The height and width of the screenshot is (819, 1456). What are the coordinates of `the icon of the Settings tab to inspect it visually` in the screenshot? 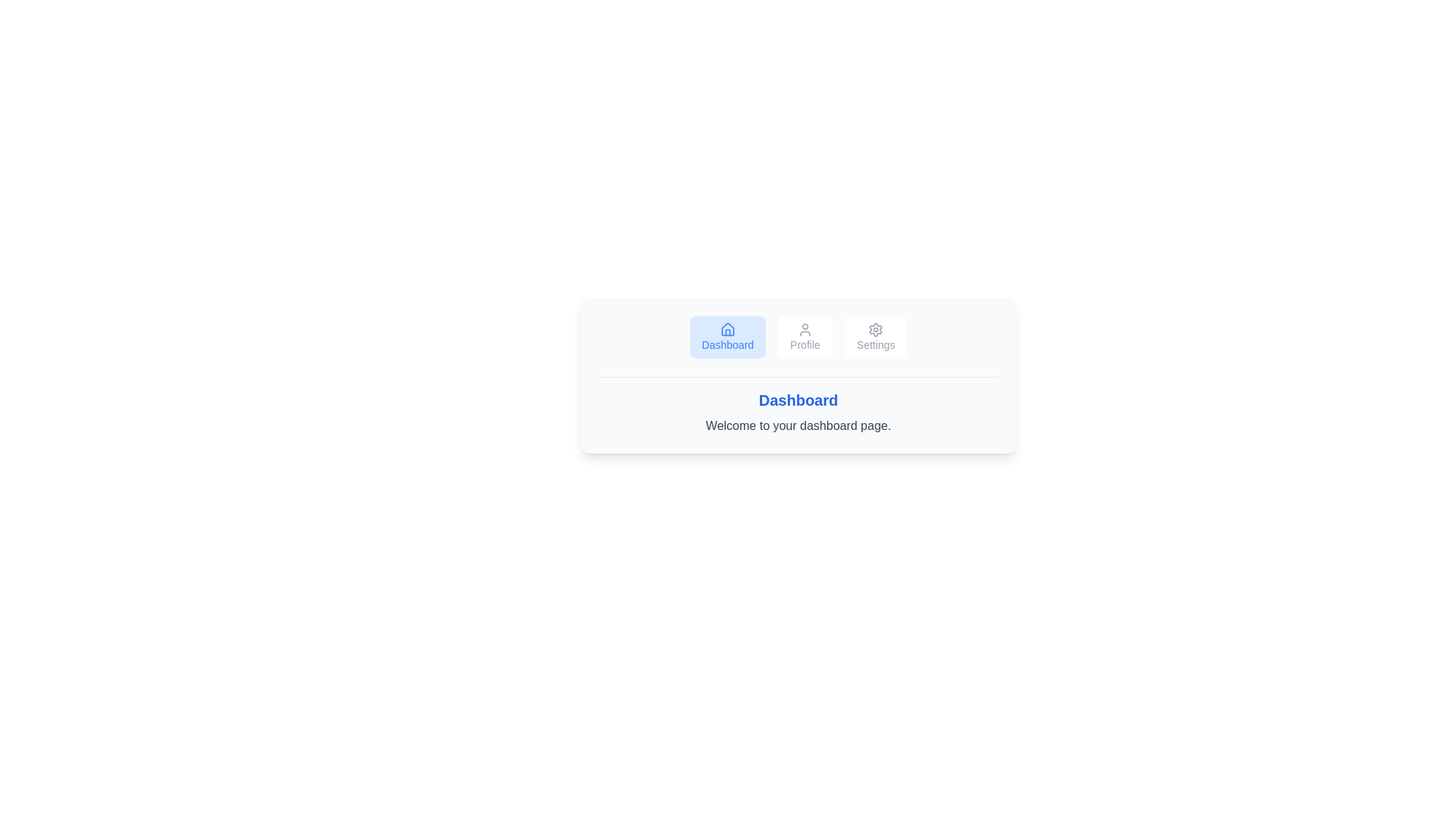 It's located at (876, 329).